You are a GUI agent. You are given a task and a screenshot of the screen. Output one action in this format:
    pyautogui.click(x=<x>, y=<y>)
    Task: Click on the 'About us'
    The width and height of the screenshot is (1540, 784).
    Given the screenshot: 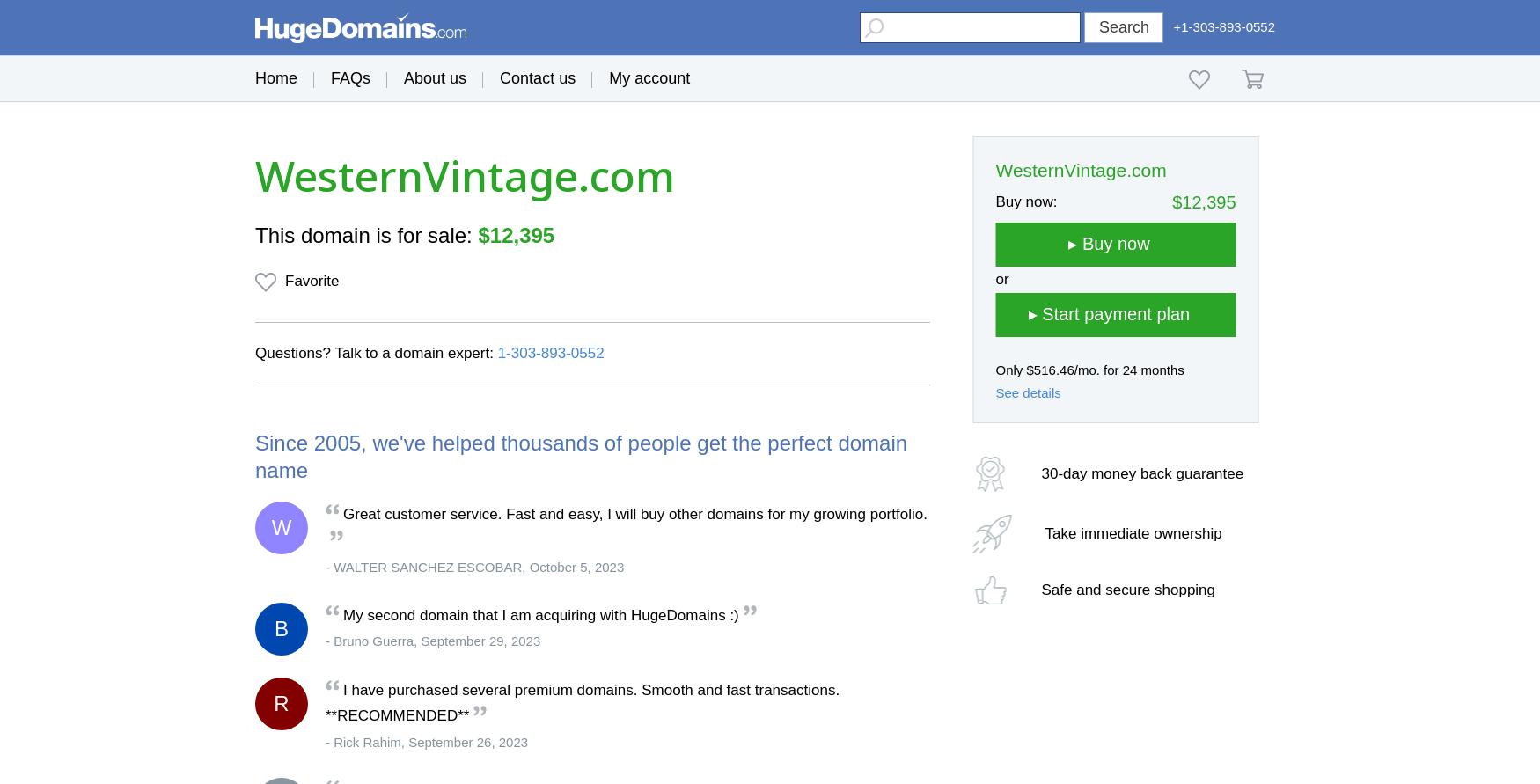 What is the action you would take?
    pyautogui.click(x=435, y=78)
    